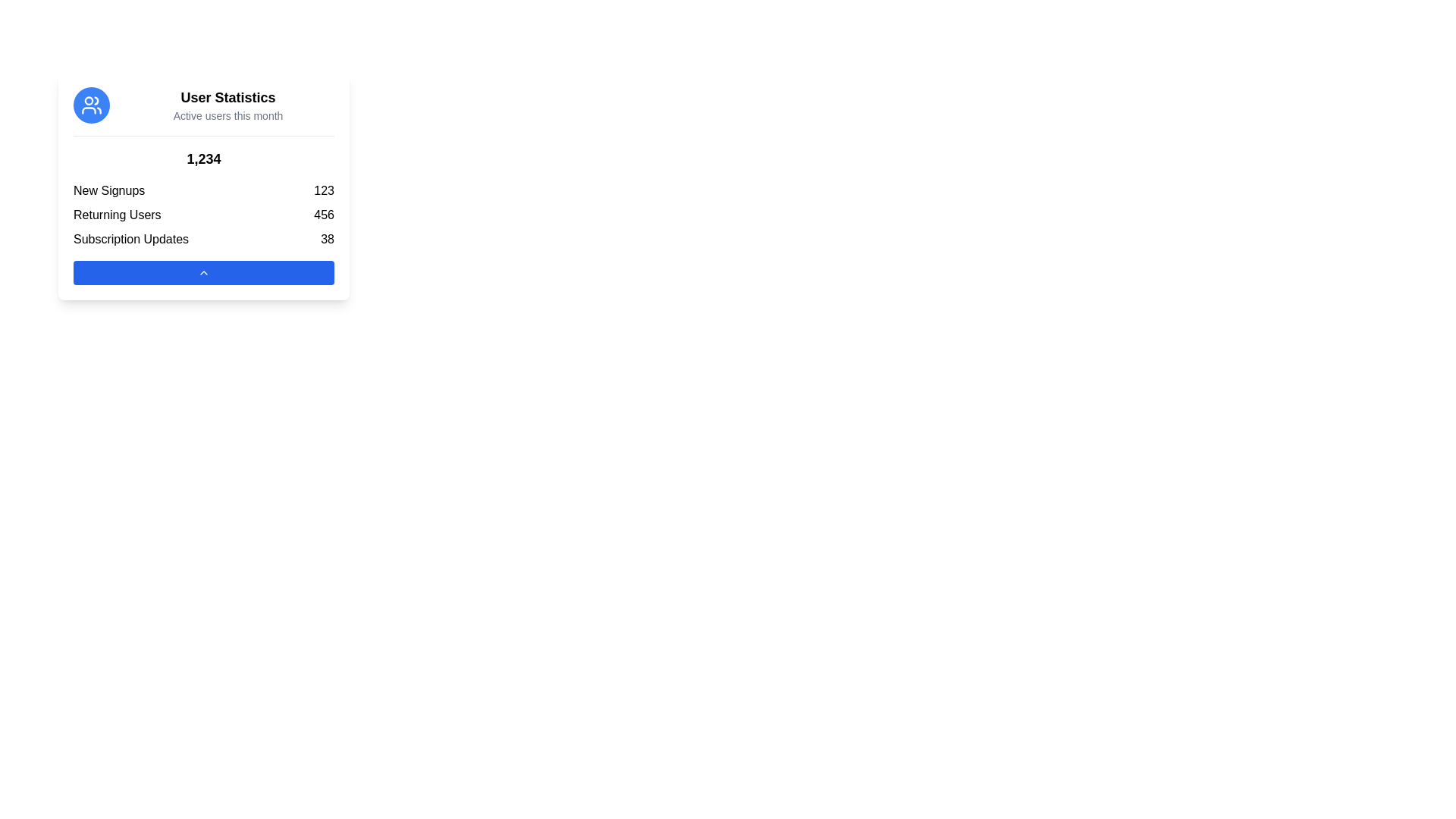 The width and height of the screenshot is (1456, 819). I want to click on the downward-pointing chevron icon, which is part of a blue button at the bottom of the card, so click(202, 271).